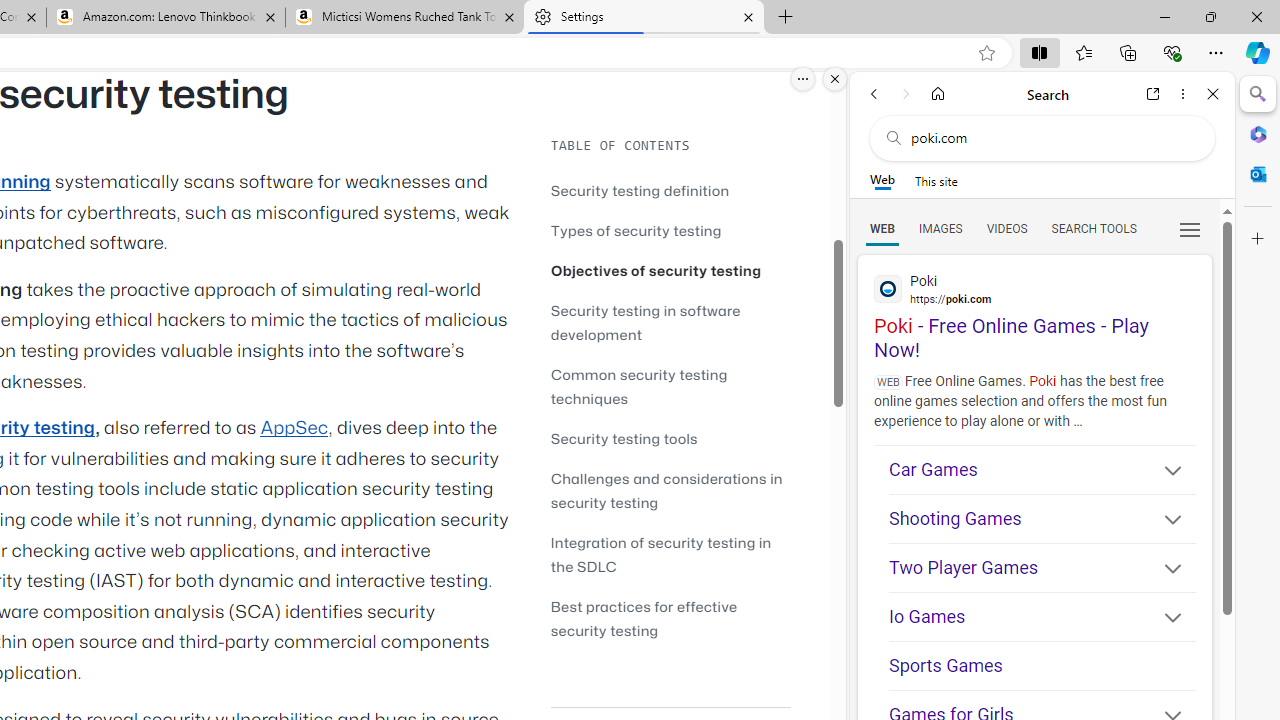  I want to click on 'Car Games', so click(1041, 470).